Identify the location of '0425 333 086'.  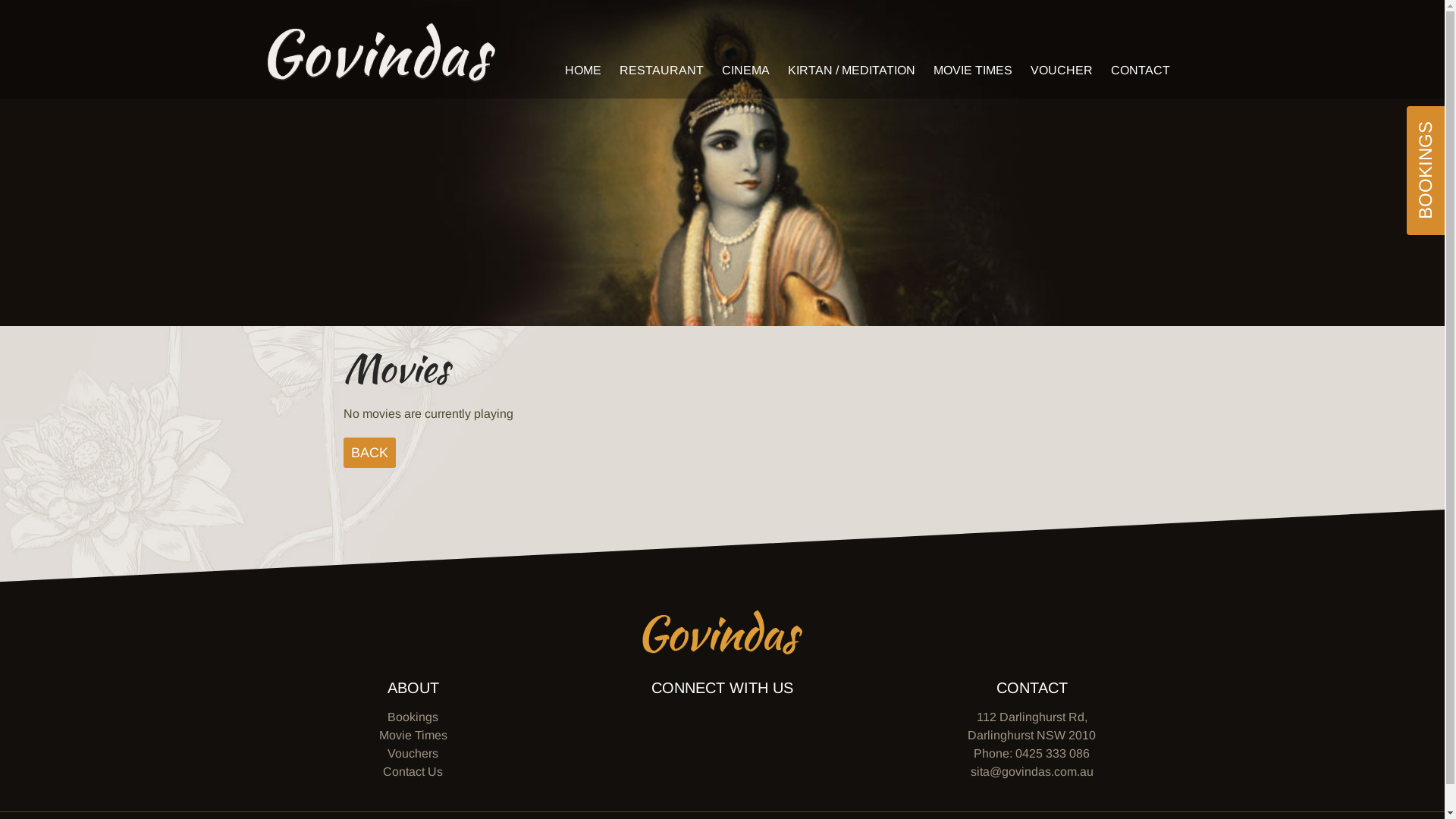
(1051, 753).